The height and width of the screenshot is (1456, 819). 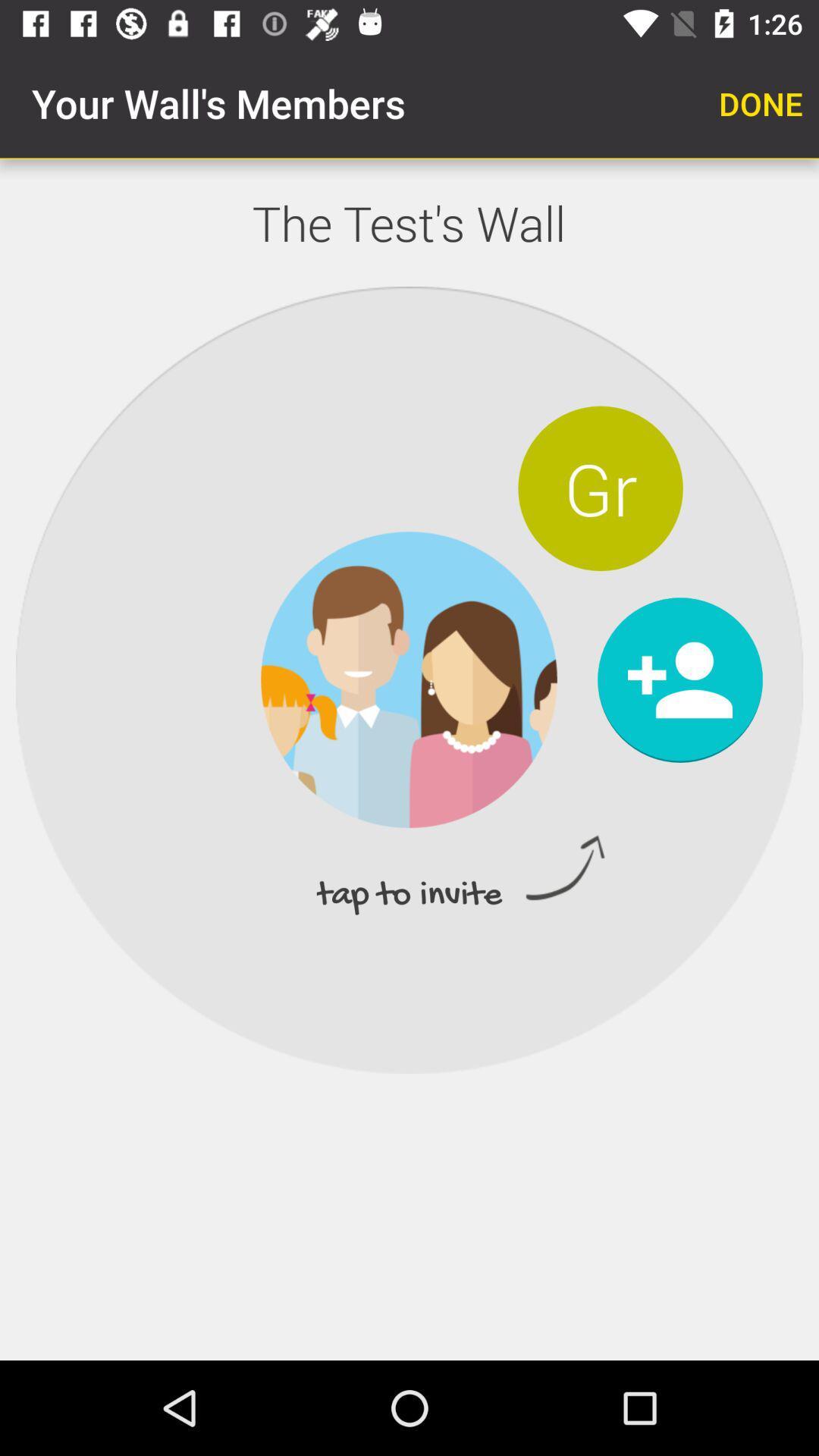 What do you see at coordinates (761, 102) in the screenshot?
I see `done item` at bounding box center [761, 102].